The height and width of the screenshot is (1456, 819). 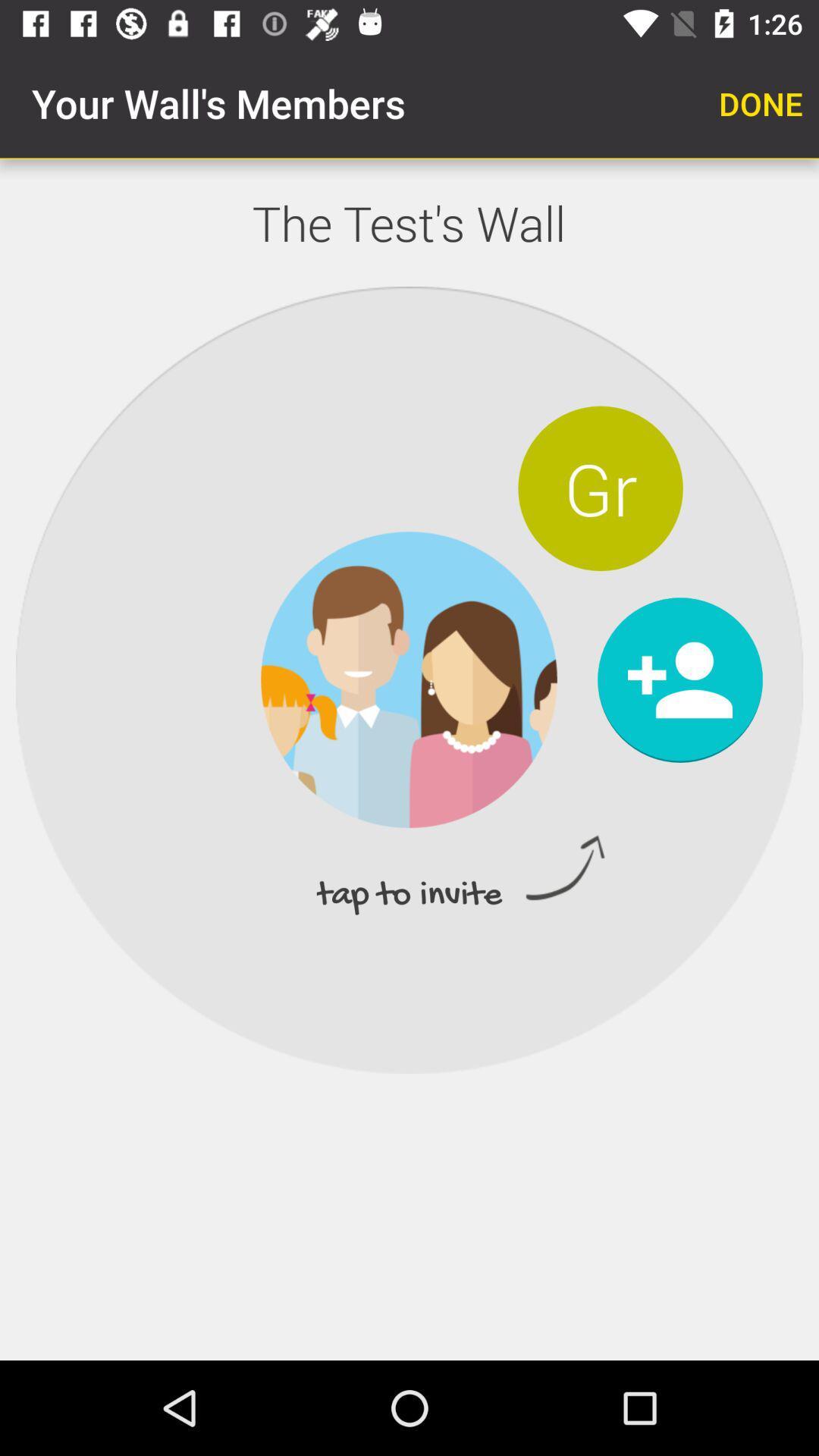 What do you see at coordinates (761, 102) in the screenshot?
I see `done item` at bounding box center [761, 102].